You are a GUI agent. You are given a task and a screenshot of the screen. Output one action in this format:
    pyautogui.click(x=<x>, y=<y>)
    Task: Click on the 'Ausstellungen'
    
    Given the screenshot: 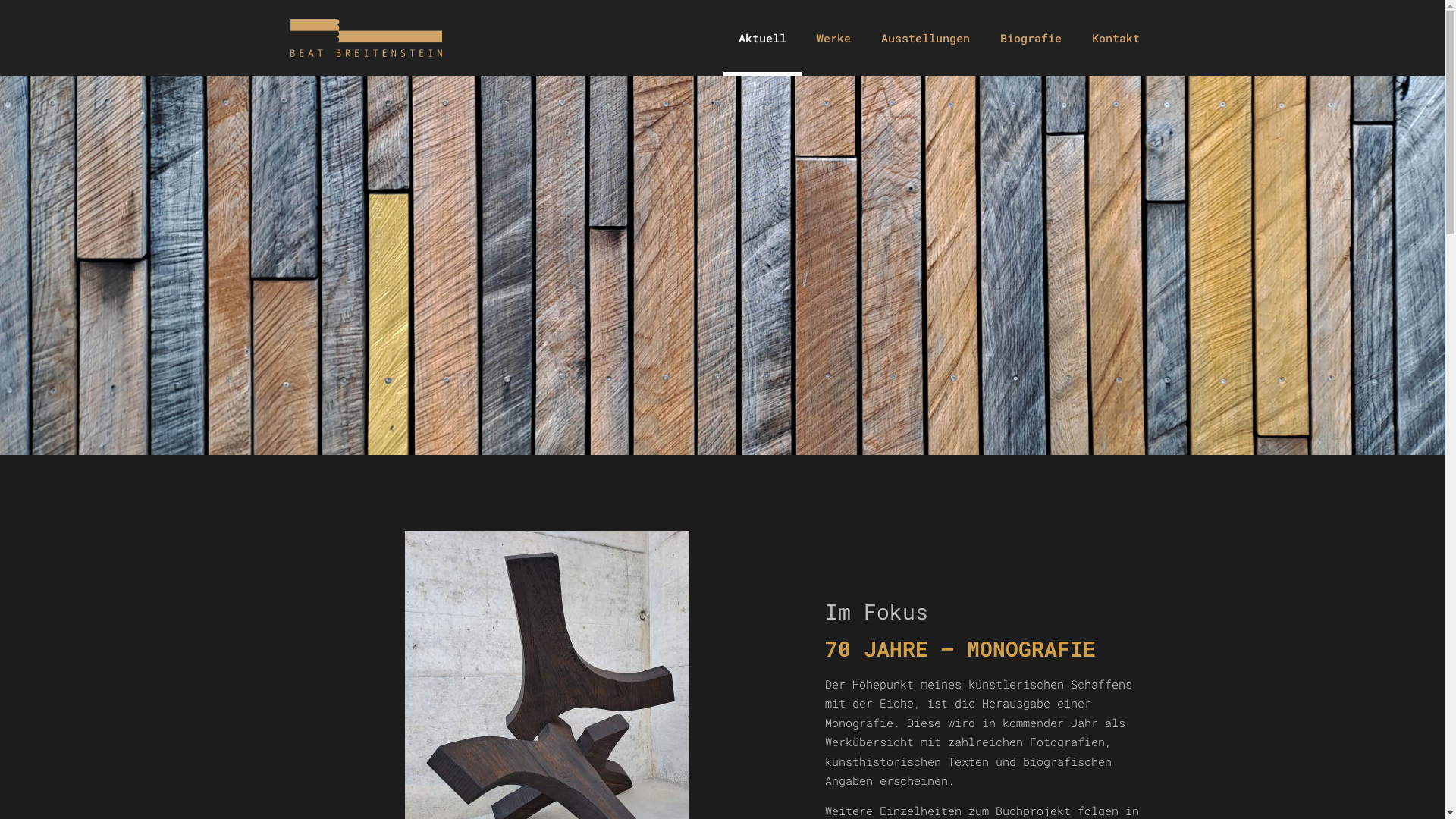 What is the action you would take?
    pyautogui.click(x=924, y=37)
    